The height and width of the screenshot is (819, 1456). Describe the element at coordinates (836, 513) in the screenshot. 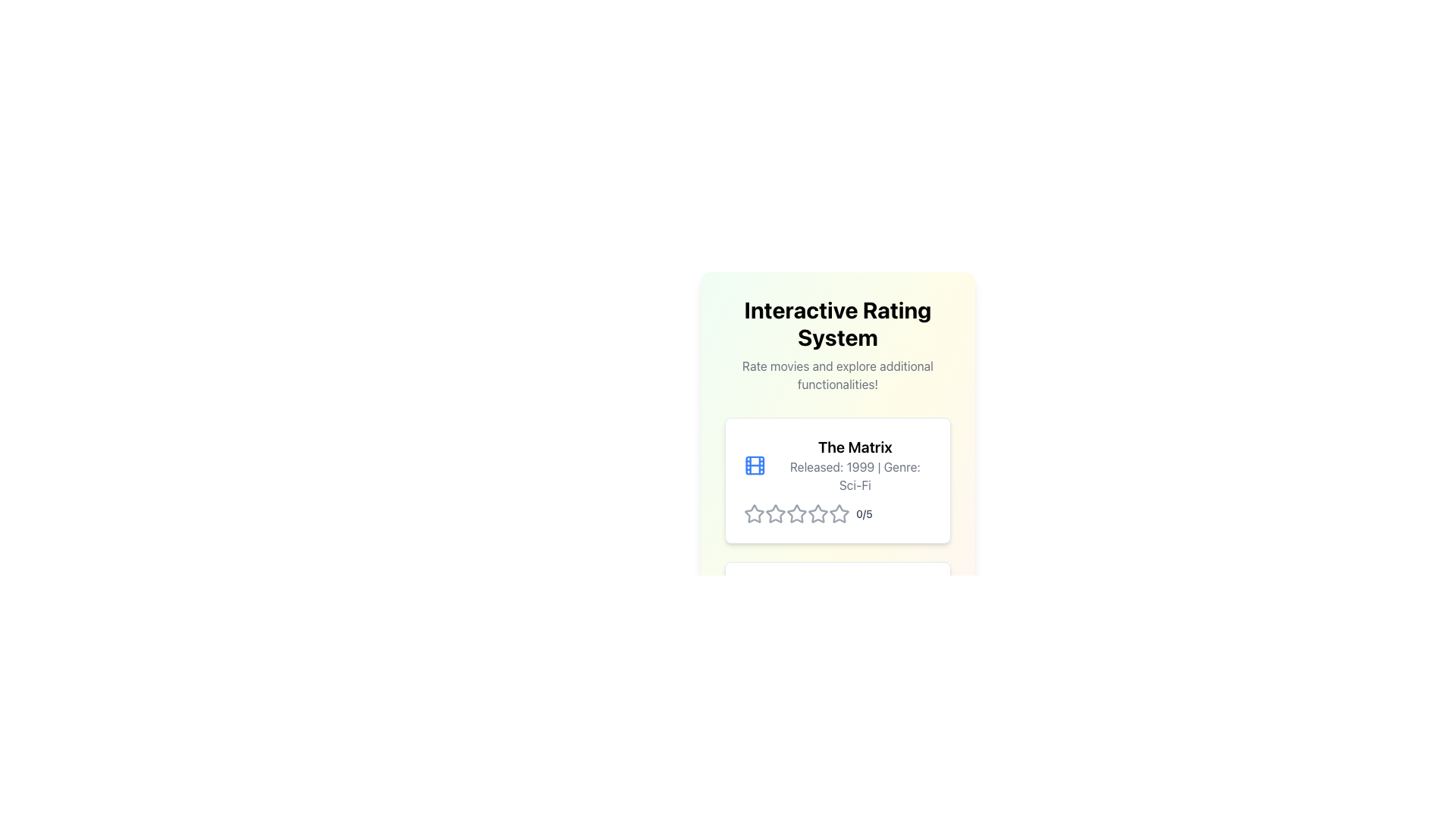

I see `one of the outlined stars in the Rating component below the movie 'The Matrix' to assign a rating` at that location.